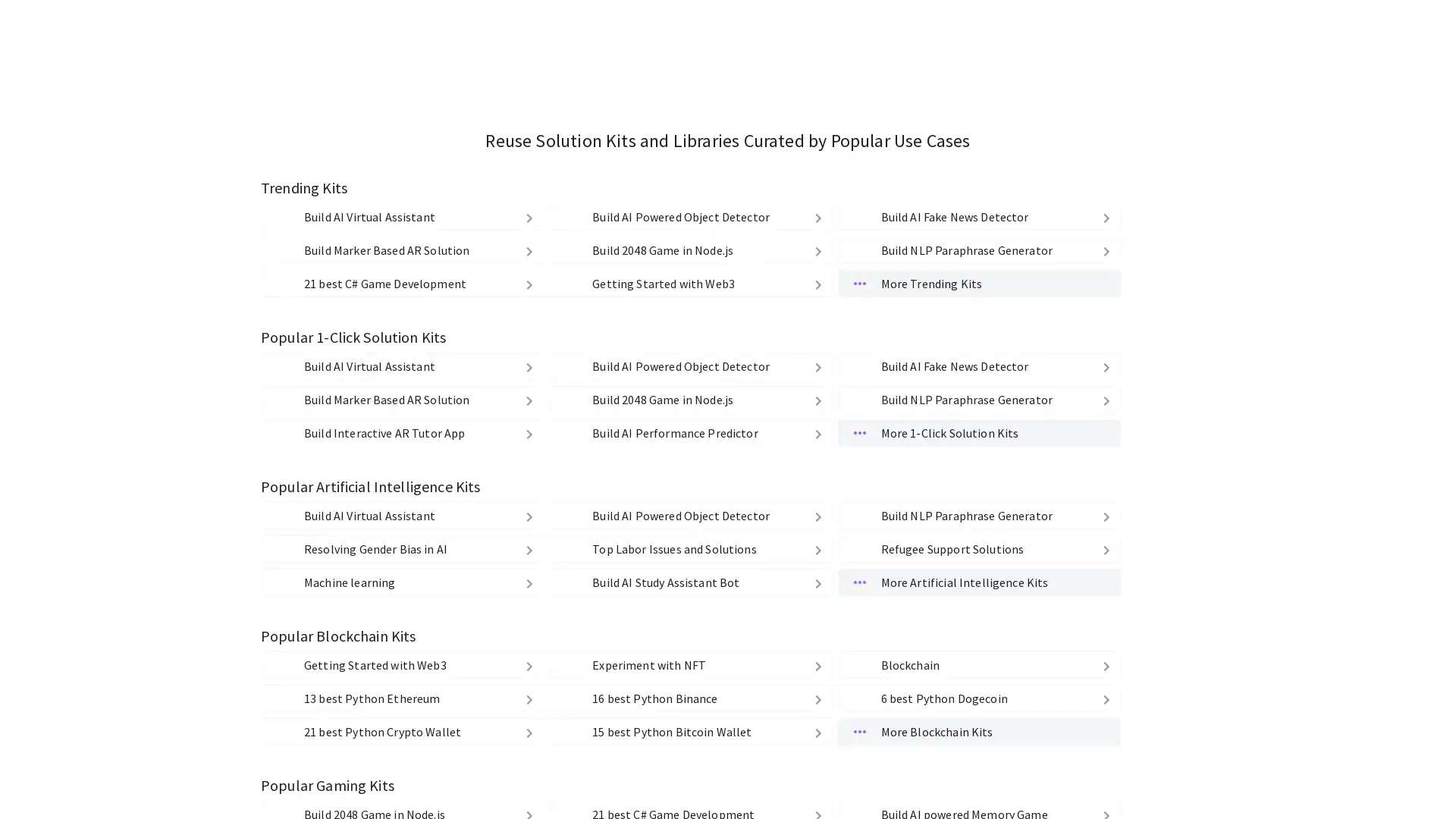  I want to click on delete, so click(1084, 781).